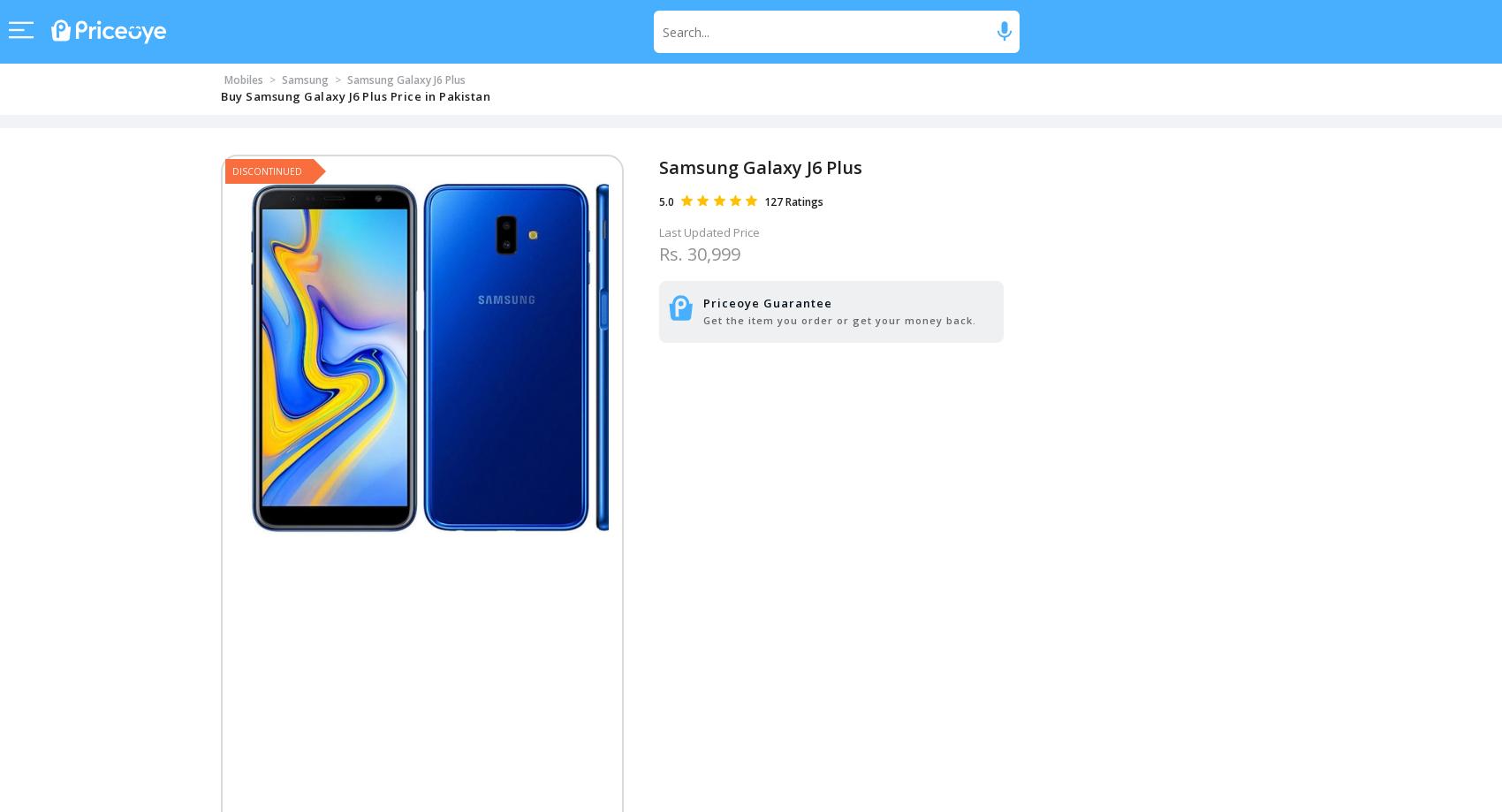 The height and width of the screenshot is (812, 1502). I want to click on 'Rs. 30,999', so click(699, 253).